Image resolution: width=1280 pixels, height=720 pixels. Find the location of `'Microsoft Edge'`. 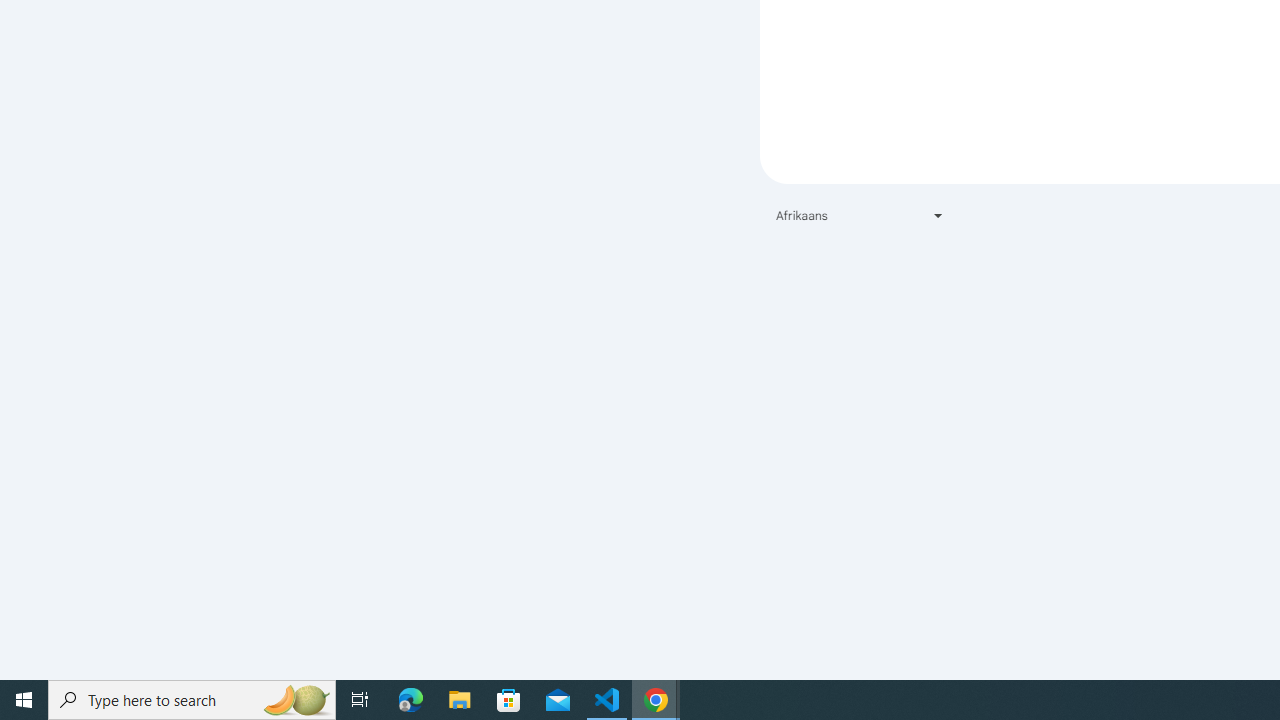

'Microsoft Edge' is located at coordinates (410, 698).